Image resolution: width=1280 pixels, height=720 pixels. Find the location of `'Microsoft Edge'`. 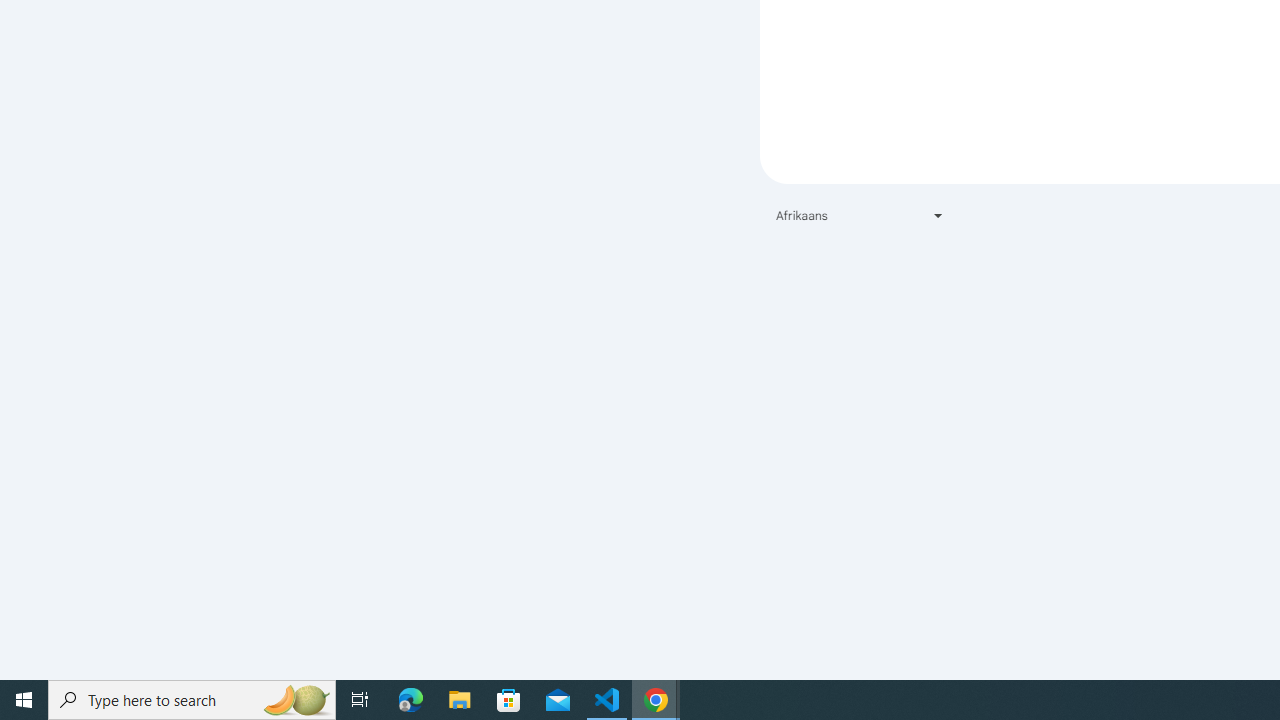

'Microsoft Edge' is located at coordinates (410, 698).